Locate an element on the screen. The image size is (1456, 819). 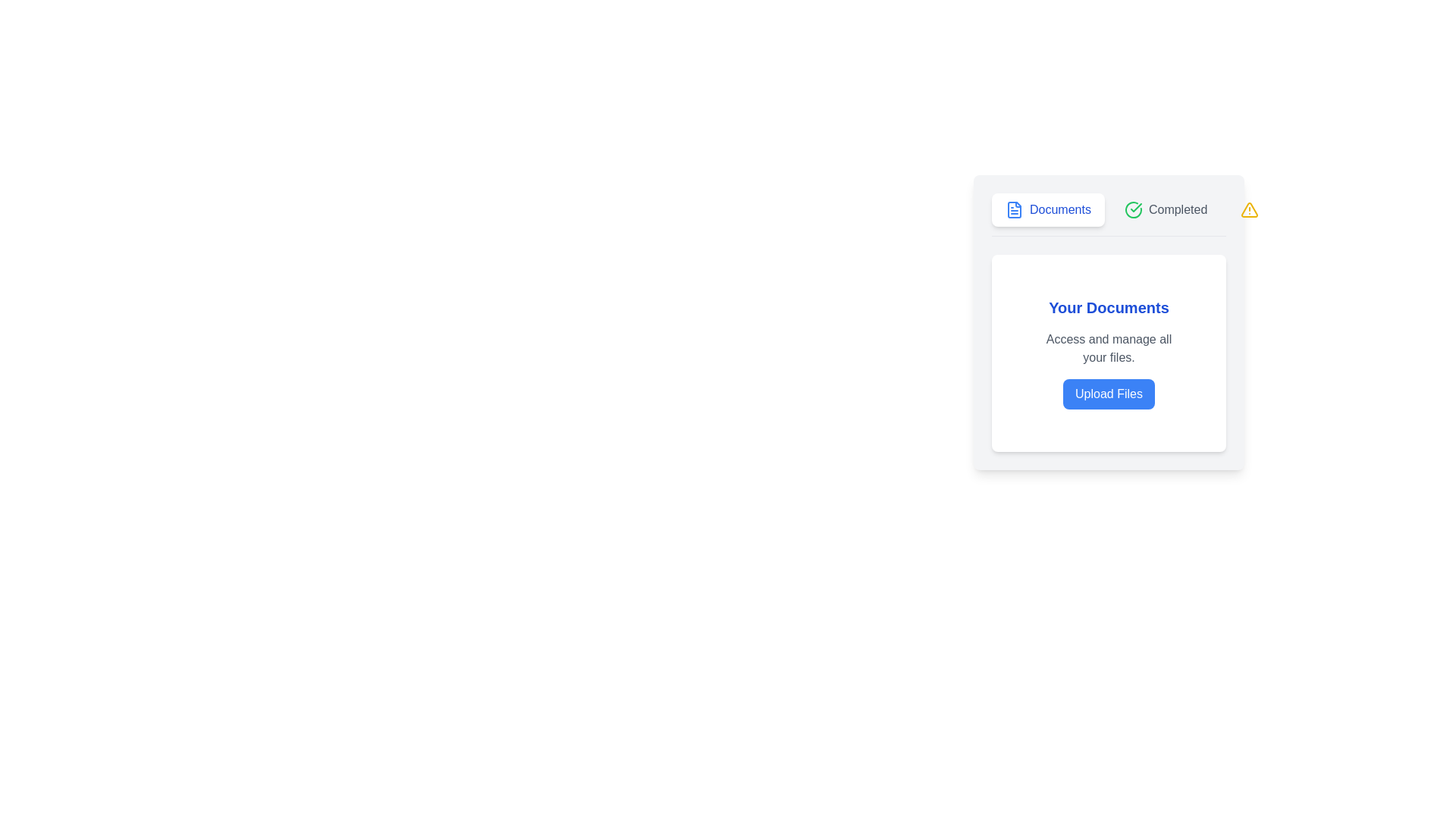
the circular icon with a green border and a checkmark that symbolizes completion, located to the left of the text 'Completed' is located at coordinates (1133, 210).